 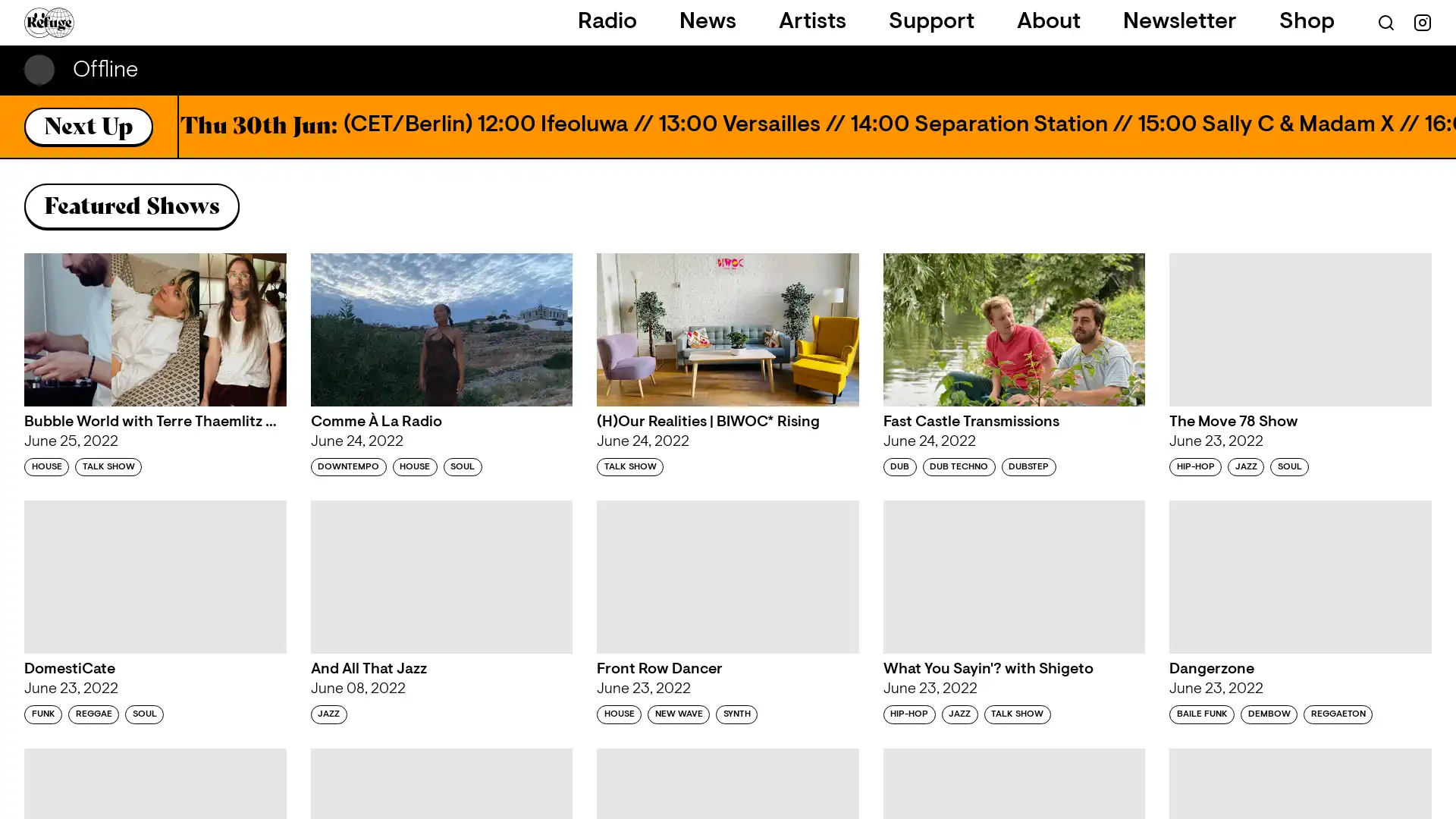 What do you see at coordinates (1299, 329) in the screenshot?
I see `The Move 78 Show` at bounding box center [1299, 329].